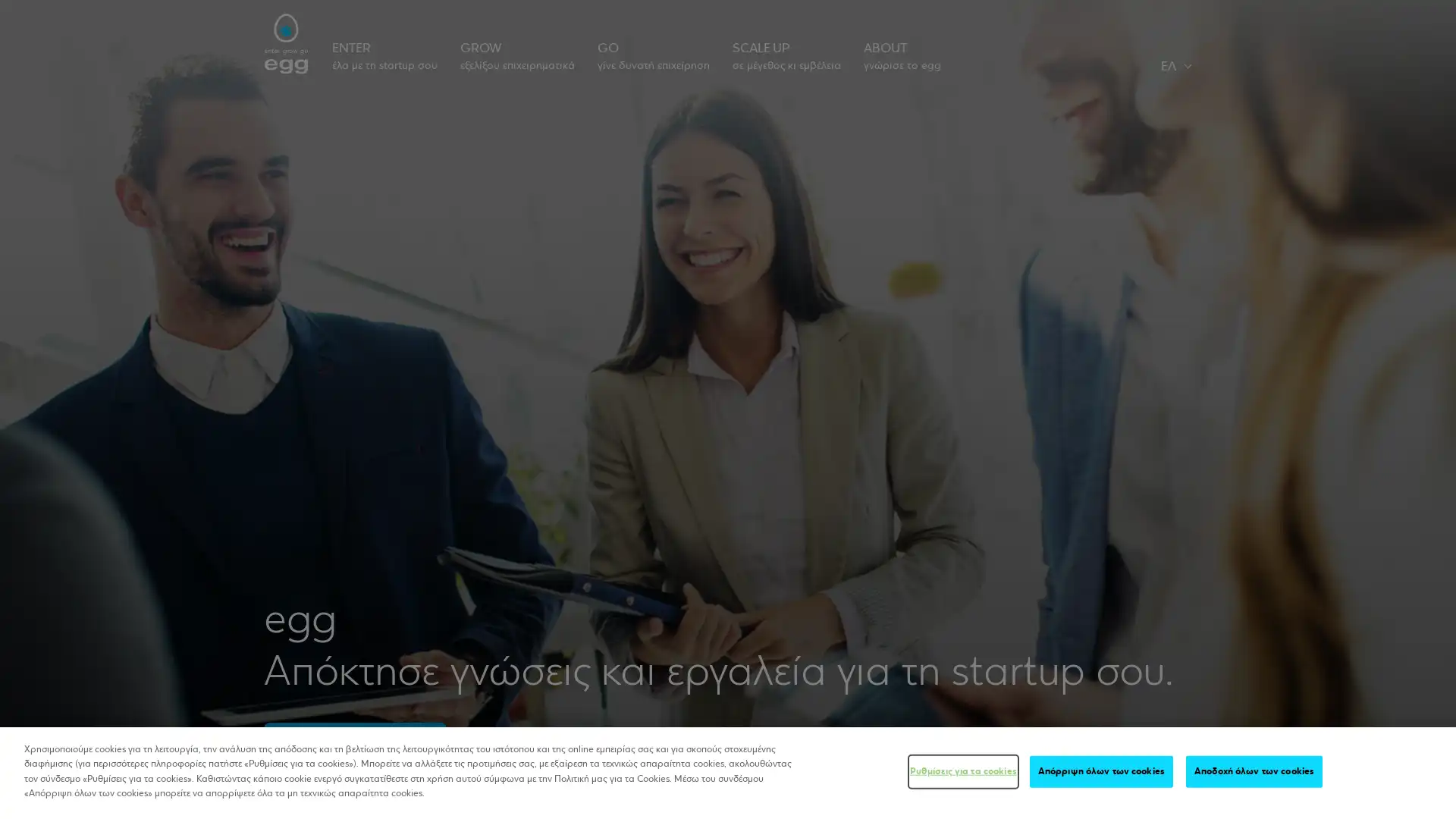  I want to click on cookies, so click(1254, 771).